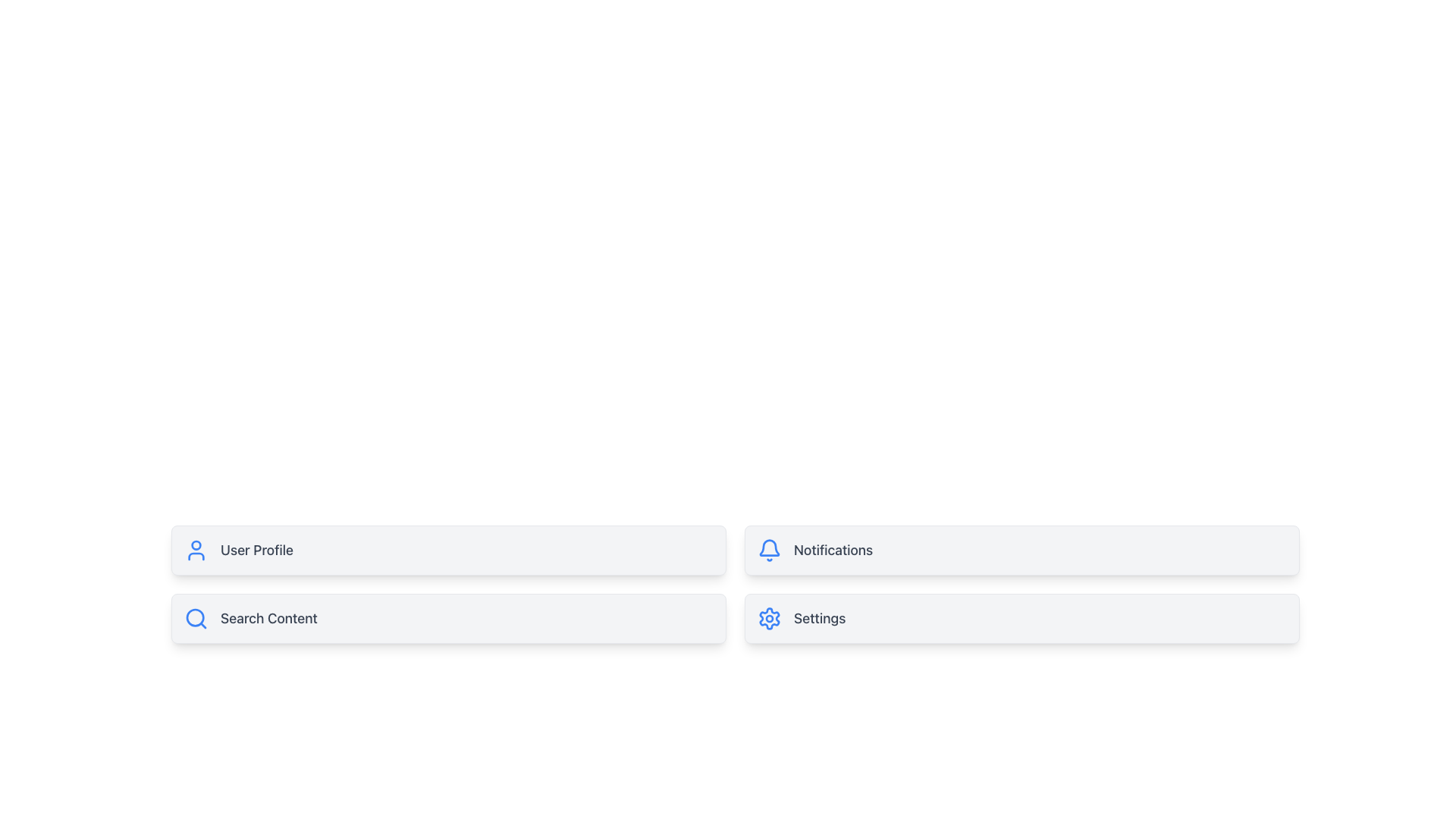 The height and width of the screenshot is (819, 1456). What do you see at coordinates (196, 550) in the screenshot?
I see `the user silhouette icon, which is colored blue and positioned to the far left of the 'User Profile' text group` at bounding box center [196, 550].